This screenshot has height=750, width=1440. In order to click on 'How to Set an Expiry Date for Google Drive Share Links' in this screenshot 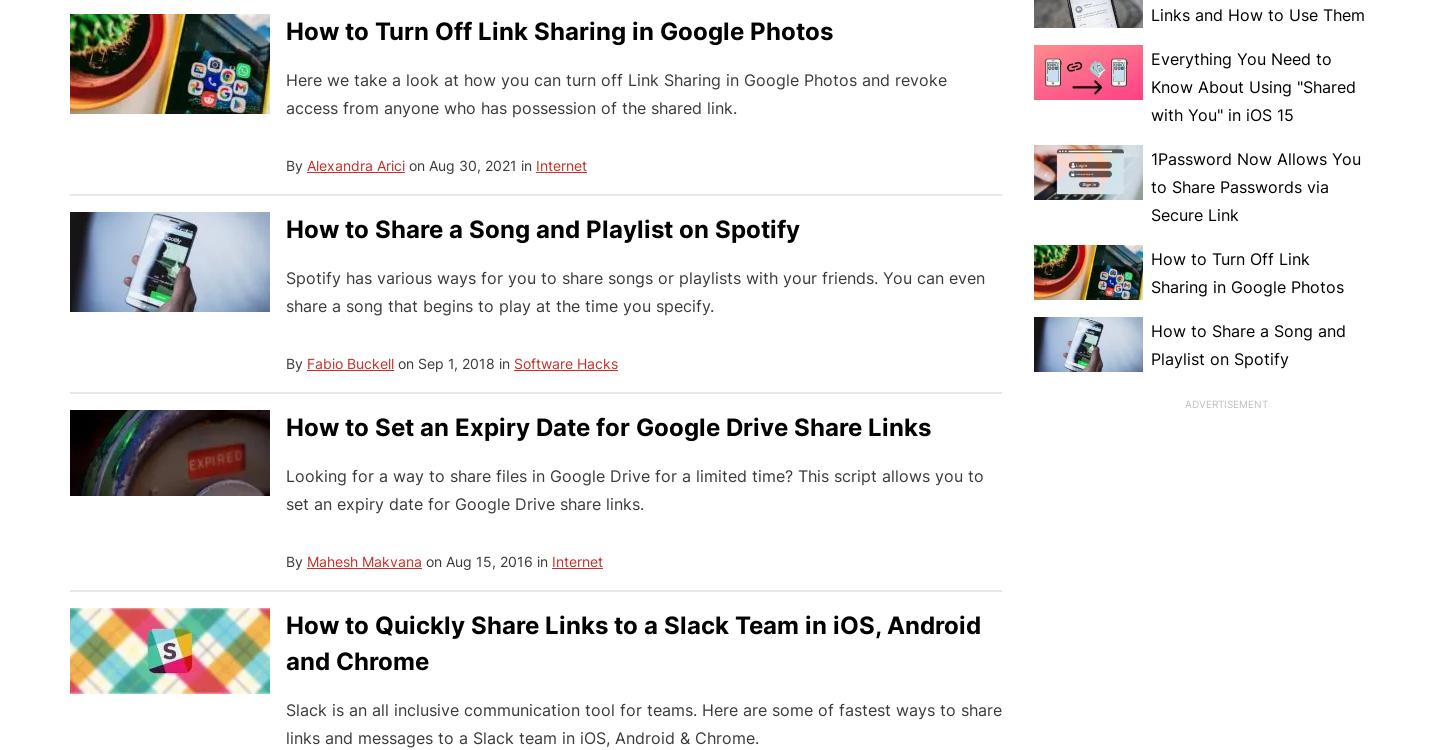, I will do `click(607, 427)`.